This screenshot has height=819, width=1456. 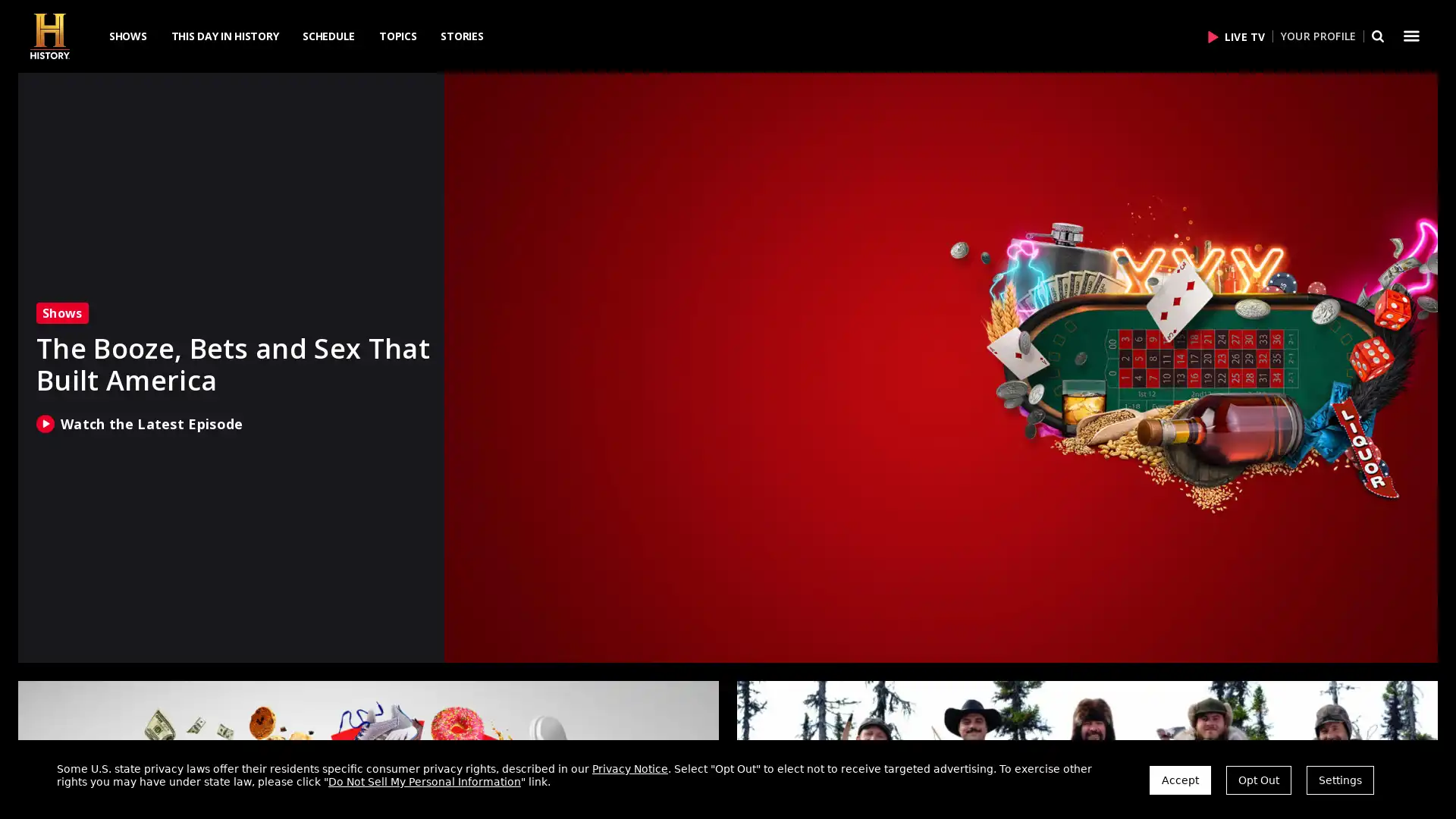 What do you see at coordinates (224, 35) in the screenshot?
I see `THIS DAY IN HISTORY` at bounding box center [224, 35].